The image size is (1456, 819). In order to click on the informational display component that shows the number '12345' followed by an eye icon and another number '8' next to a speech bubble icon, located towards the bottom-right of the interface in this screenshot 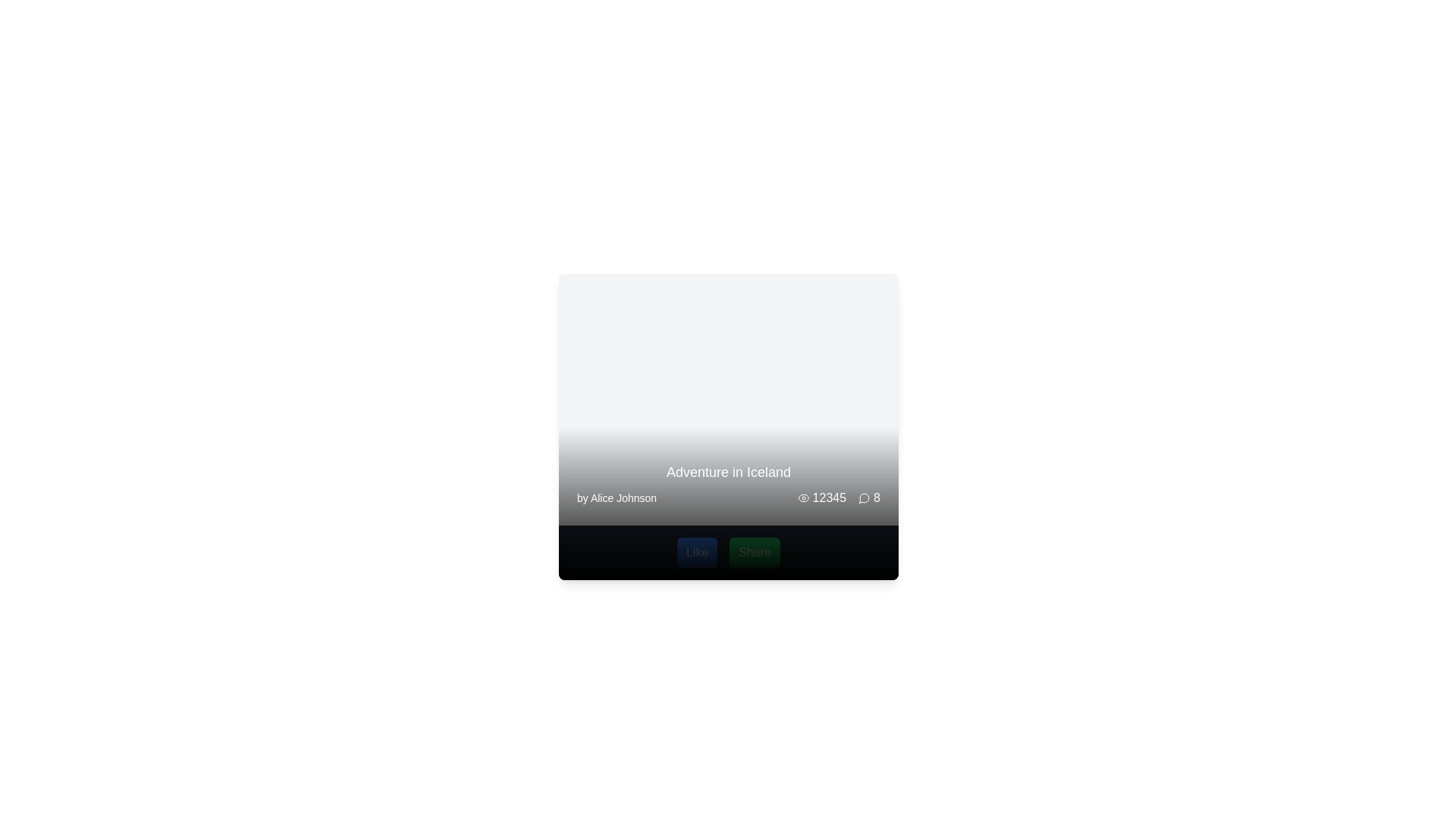, I will do `click(838, 497)`.